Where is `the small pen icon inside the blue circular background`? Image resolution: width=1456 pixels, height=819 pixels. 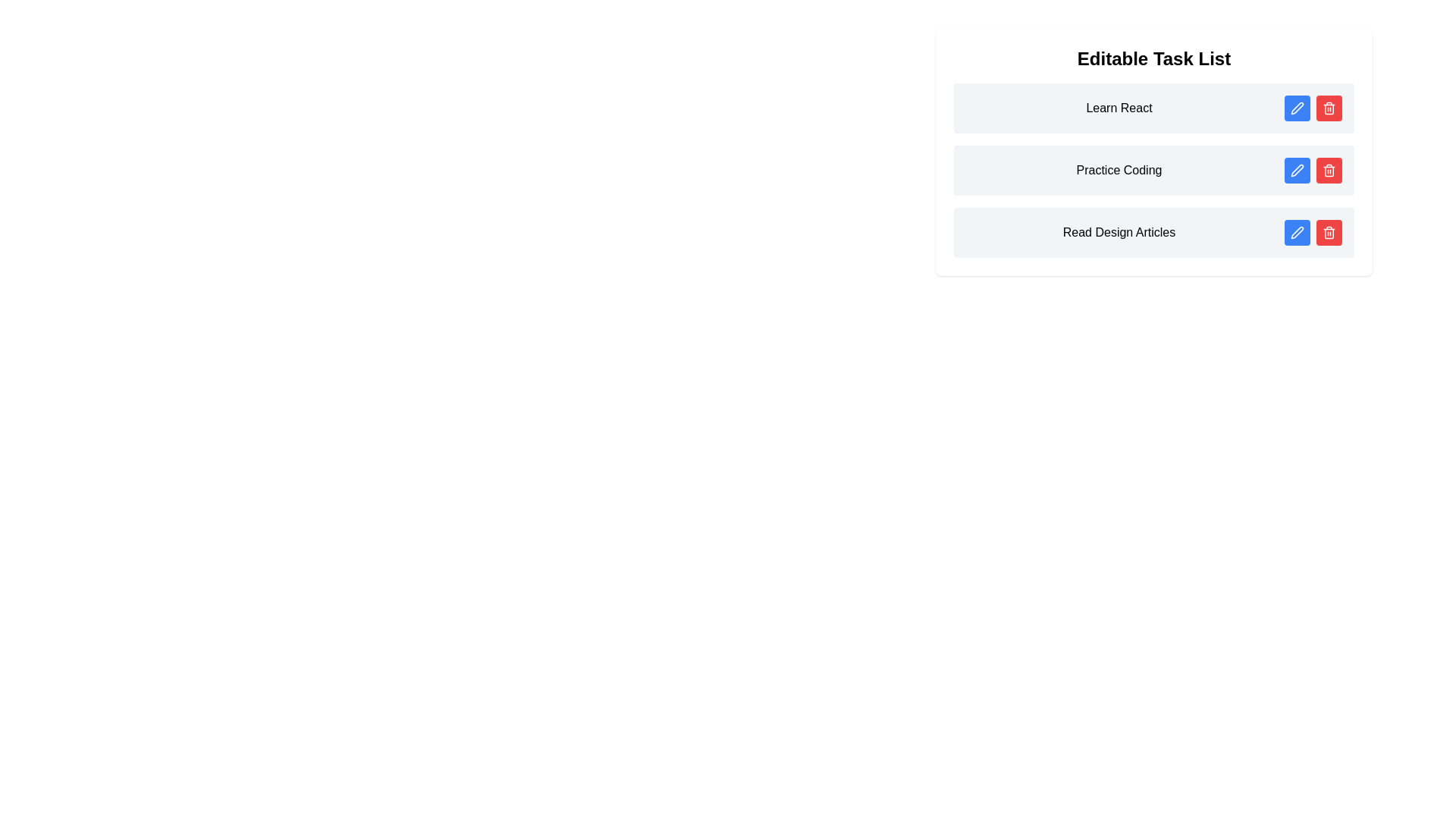 the small pen icon inside the blue circular background is located at coordinates (1296, 233).